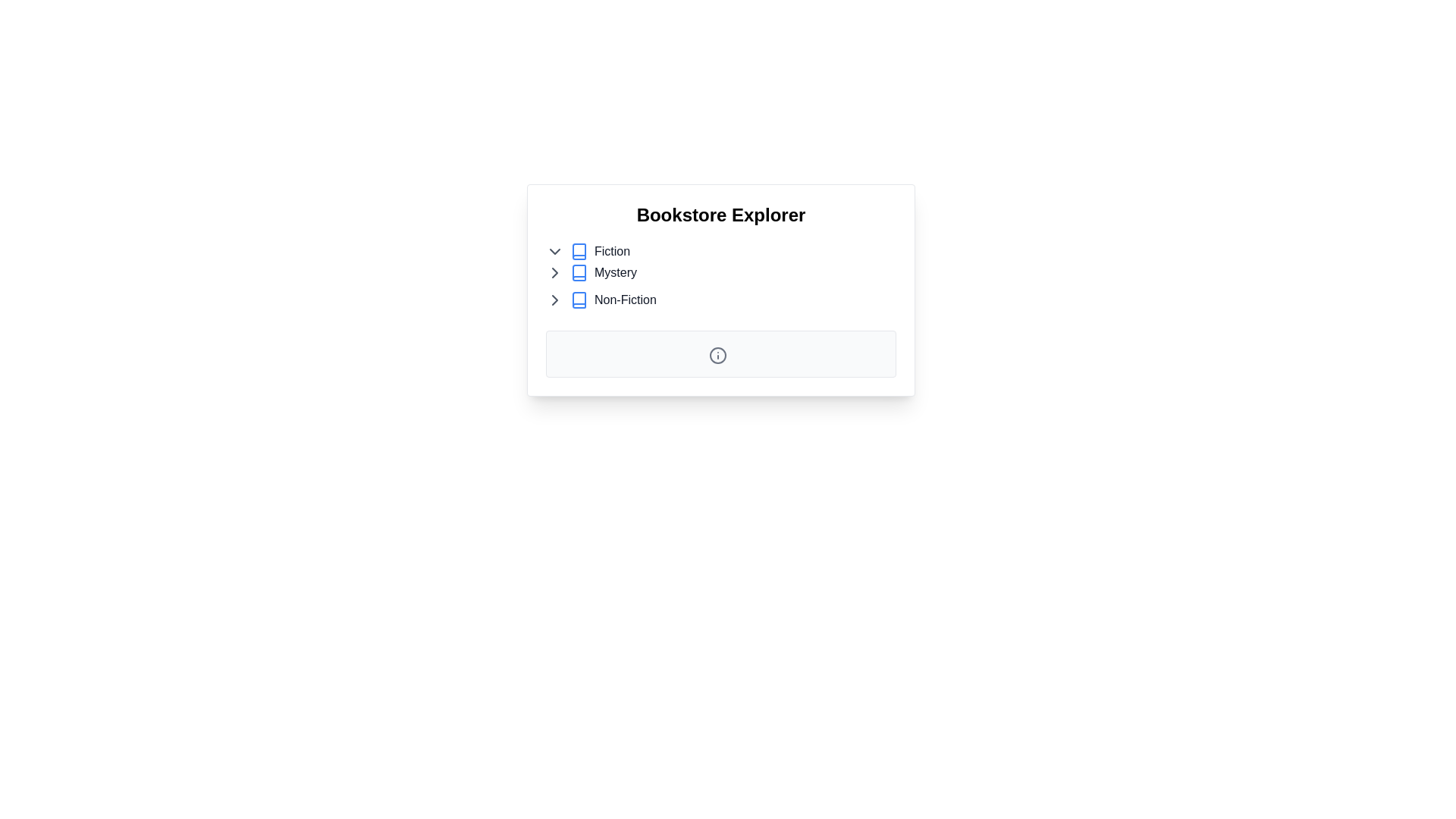 This screenshot has width=1456, height=819. I want to click on the text label reading 'Fiction', which is styled in medium-weight dark gray font and is located next to a blue book icon, so click(612, 250).